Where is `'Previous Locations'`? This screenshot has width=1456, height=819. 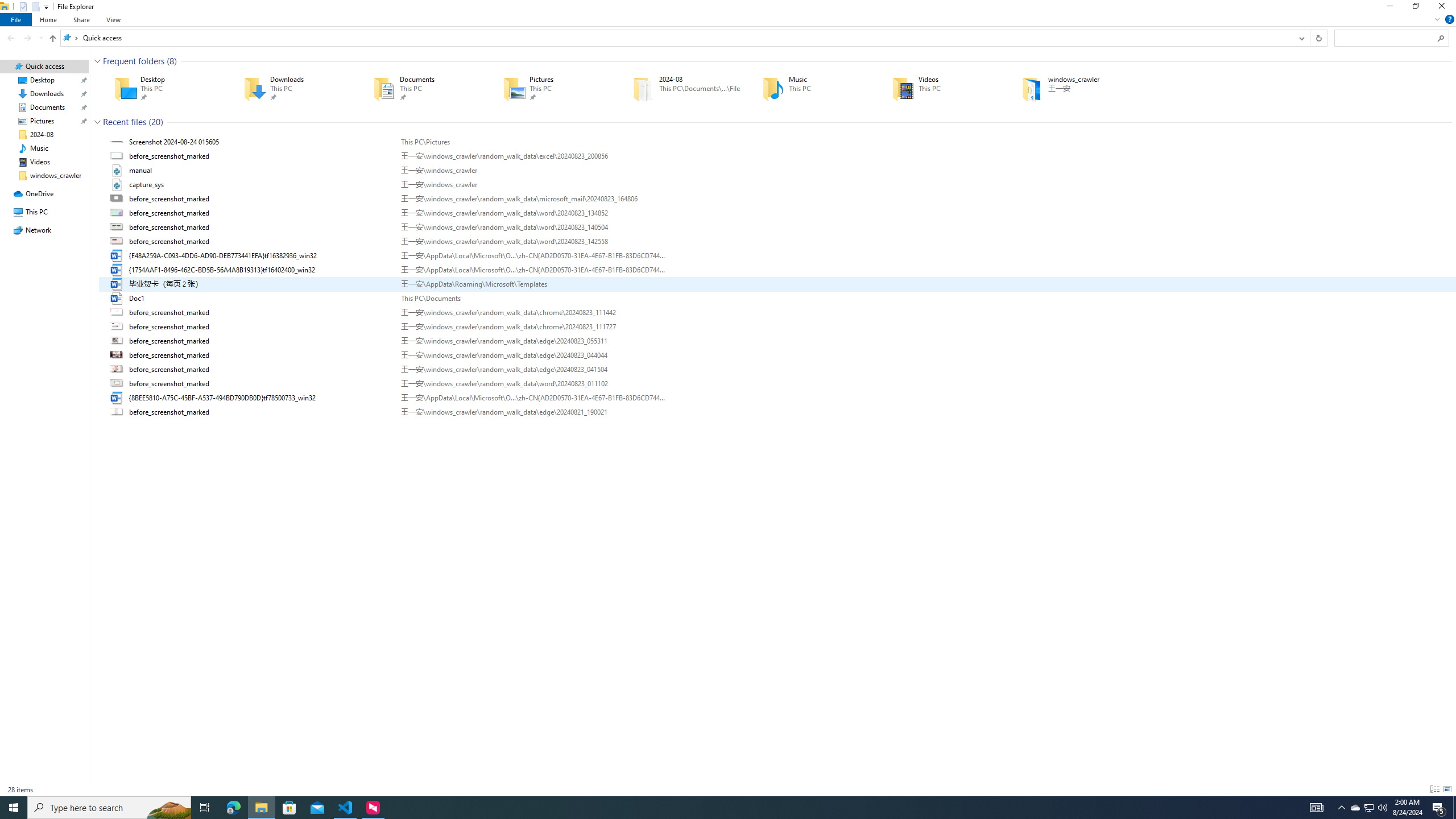
'Previous Locations' is located at coordinates (1301, 37).